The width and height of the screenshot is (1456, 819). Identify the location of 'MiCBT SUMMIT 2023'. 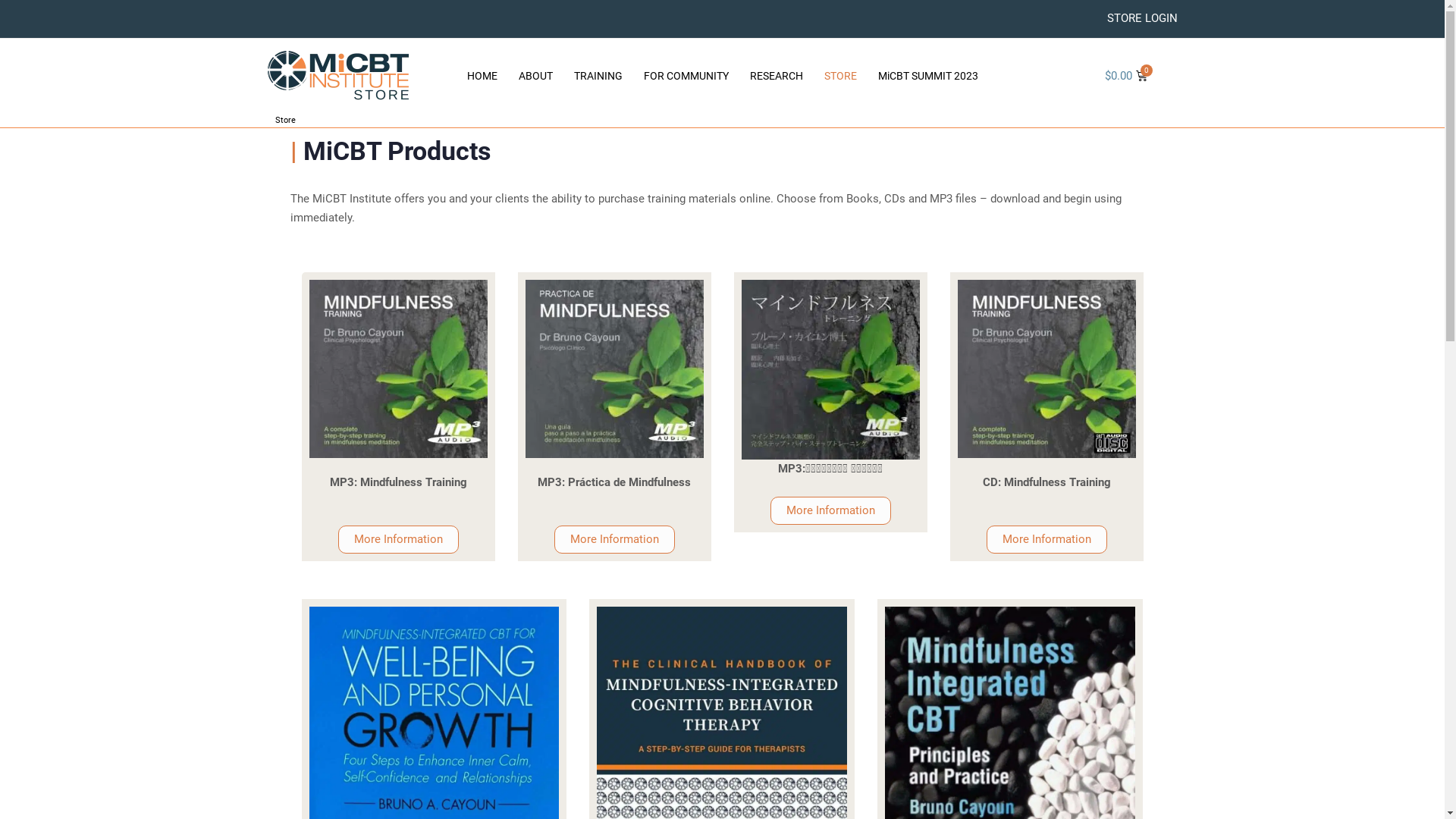
(927, 76).